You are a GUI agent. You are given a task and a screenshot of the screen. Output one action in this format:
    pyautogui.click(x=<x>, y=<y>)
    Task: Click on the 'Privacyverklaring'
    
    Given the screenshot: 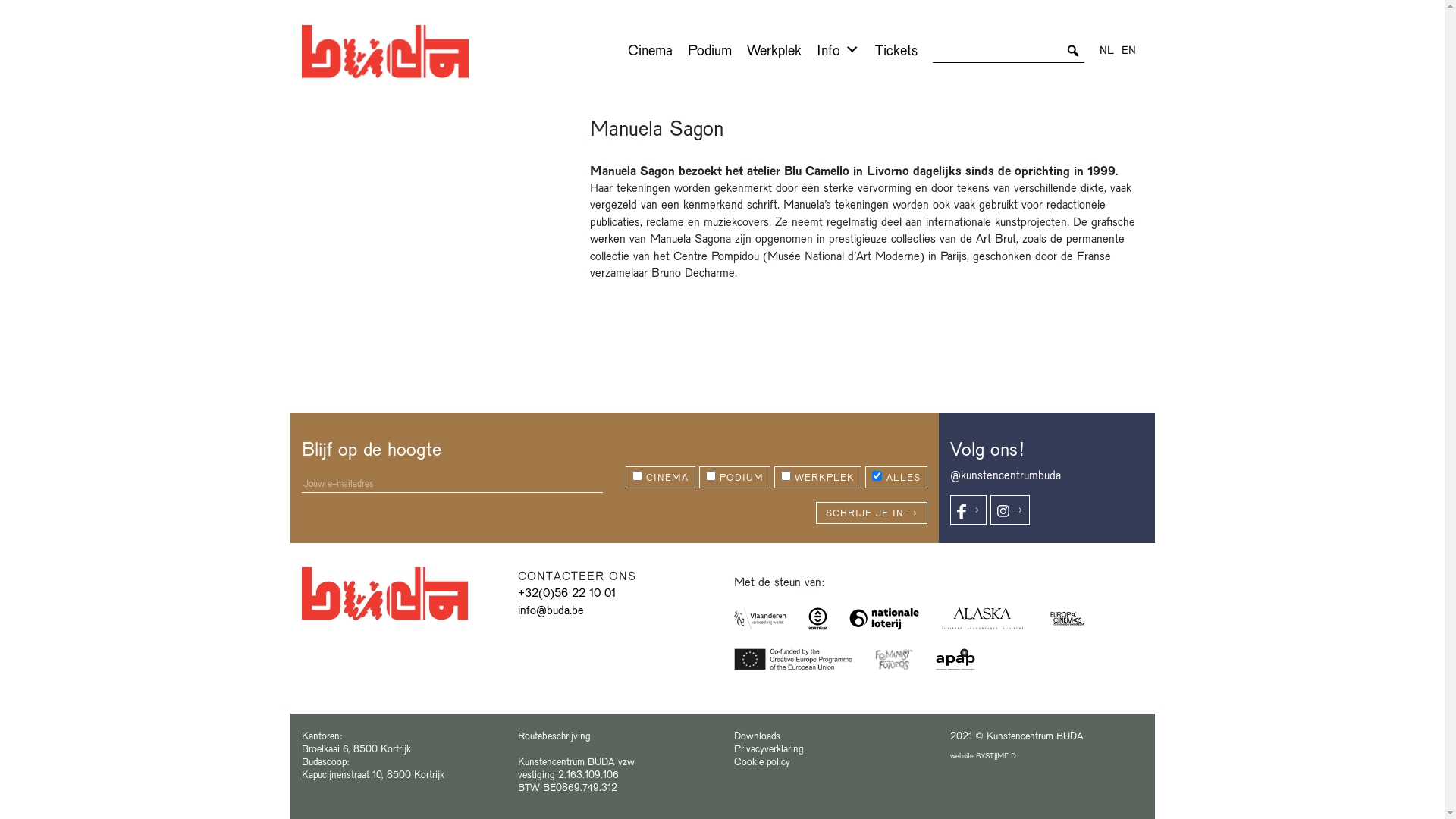 What is the action you would take?
    pyautogui.click(x=768, y=747)
    